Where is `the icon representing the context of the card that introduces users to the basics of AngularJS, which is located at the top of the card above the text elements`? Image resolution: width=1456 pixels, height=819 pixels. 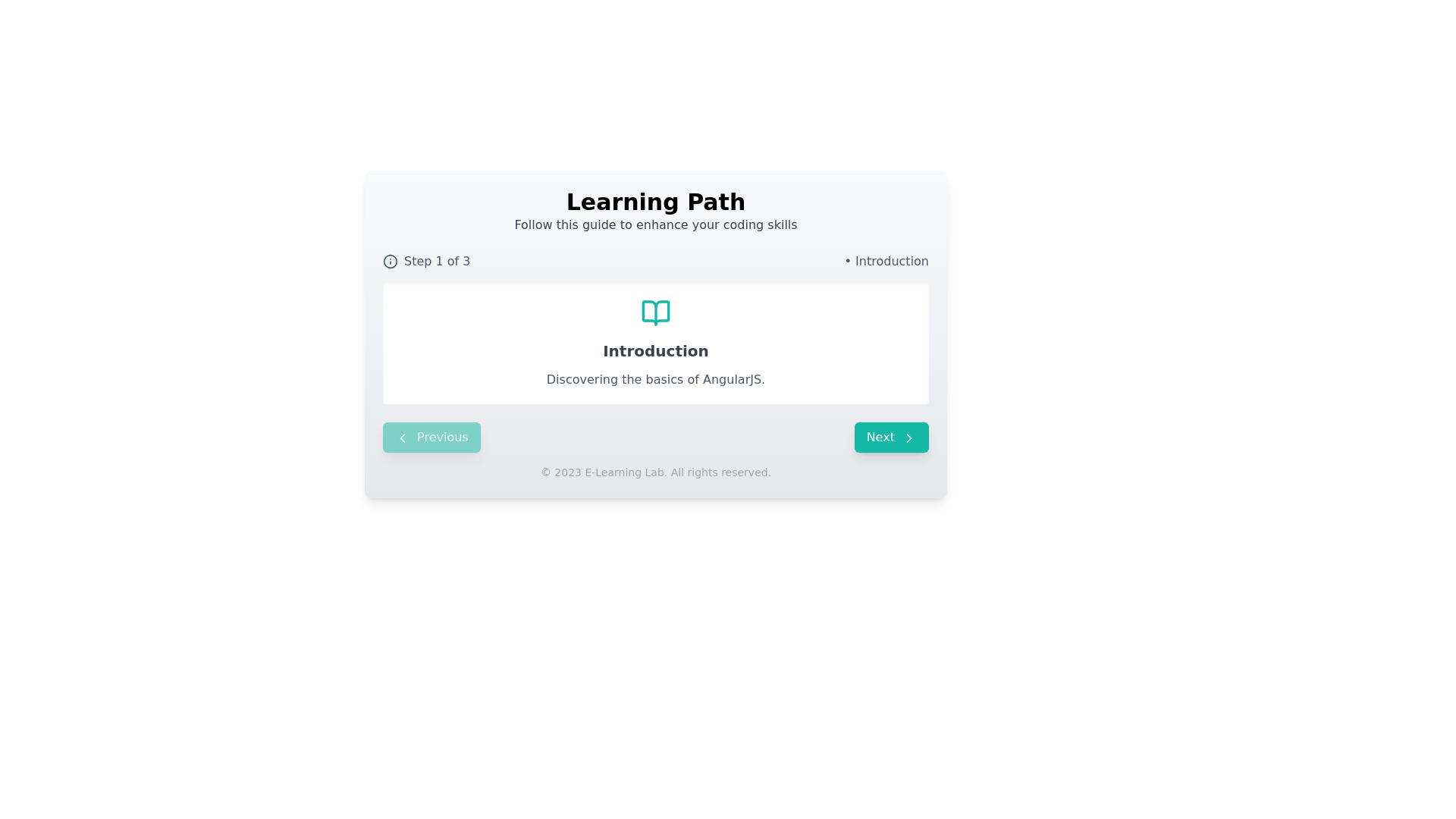 the icon representing the context of the card that introduces users to the basics of AngularJS, which is located at the top of the card above the text elements is located at coordinates (655, 312).